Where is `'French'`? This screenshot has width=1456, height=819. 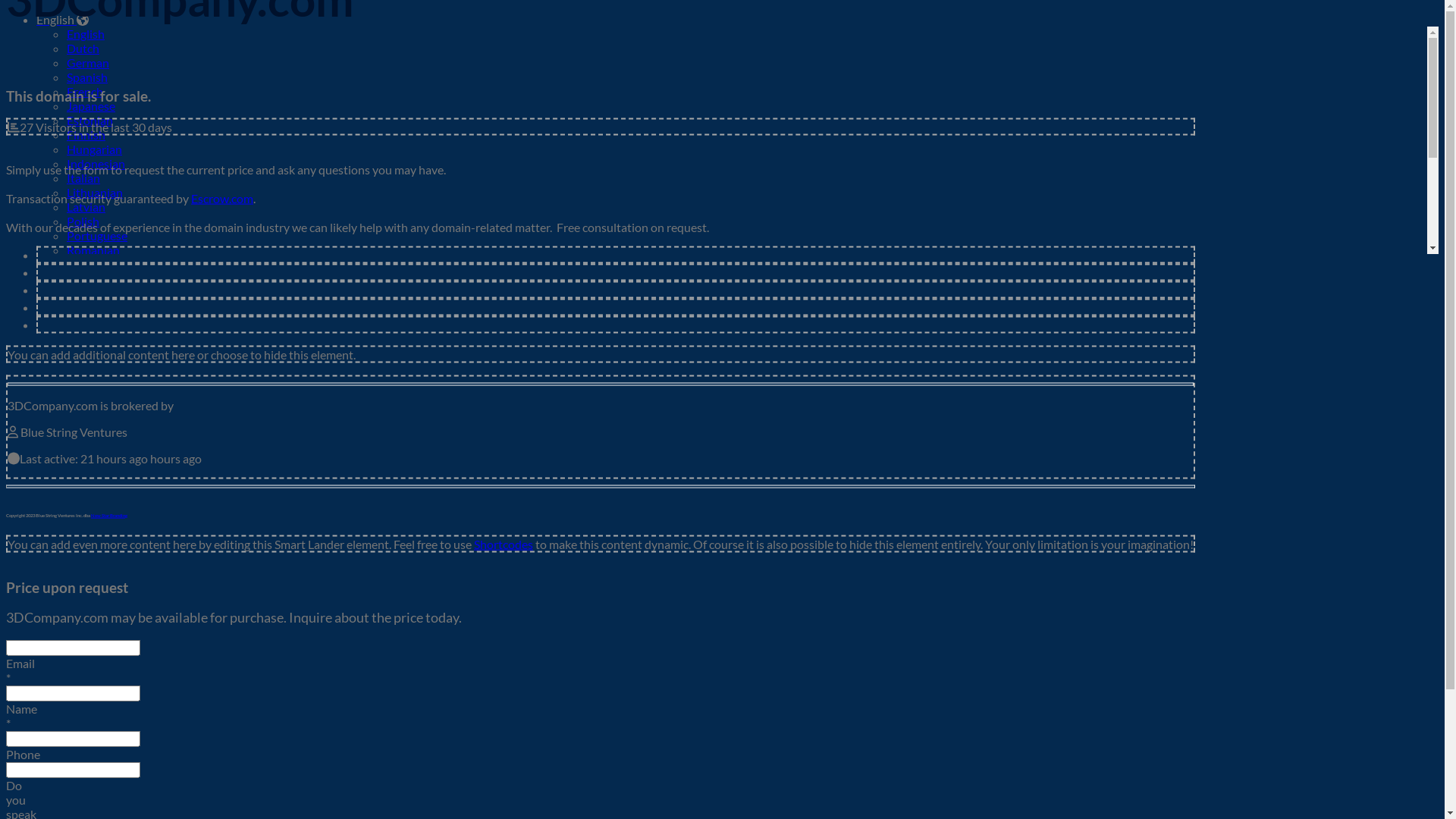
'French' is located at coordinates (83, 91).